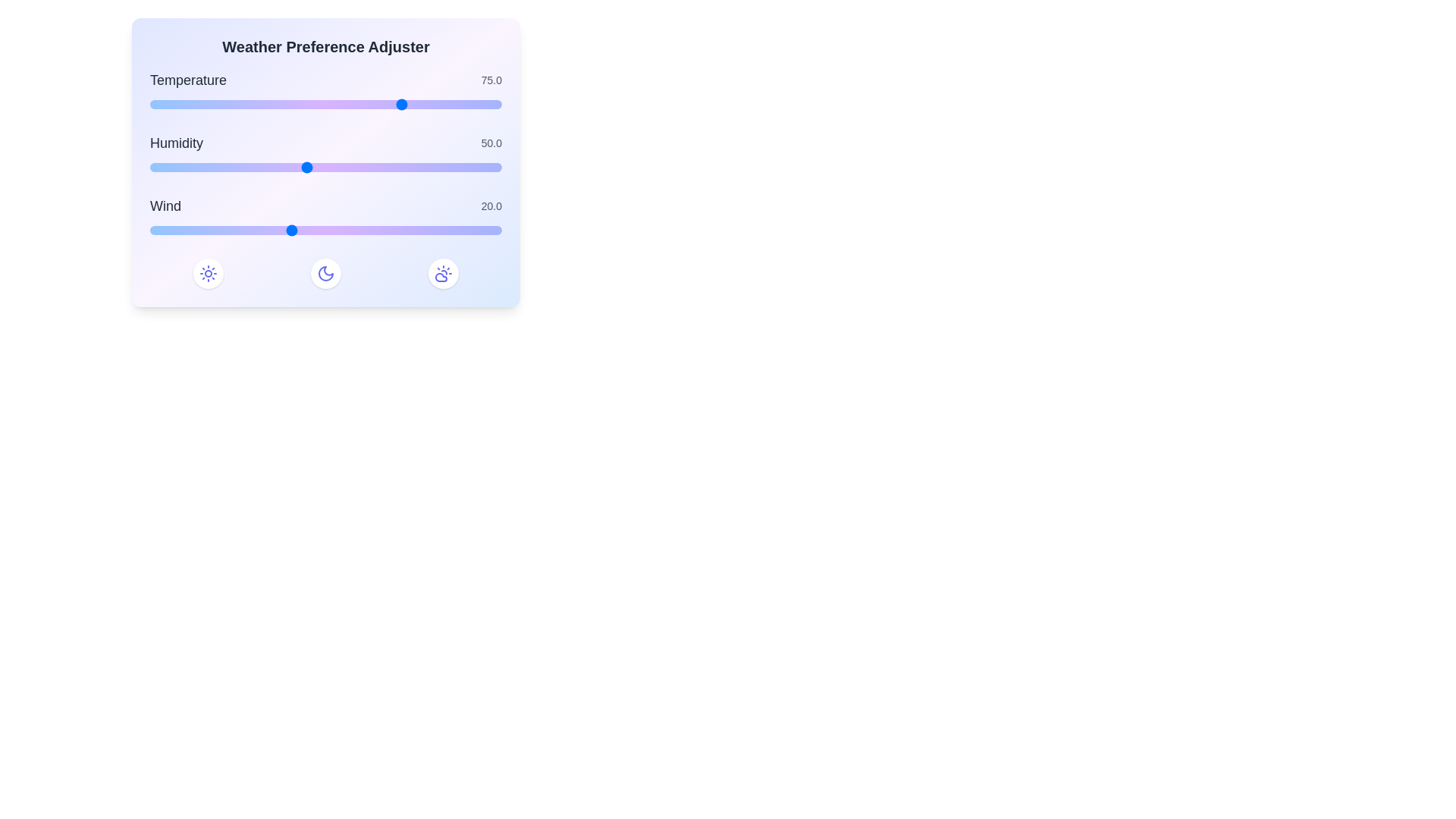 The width and height of the screenshot is (1456, 819). Describe the element at coordinates (269, 231) in the screenshot. I see `wind value` at that location.